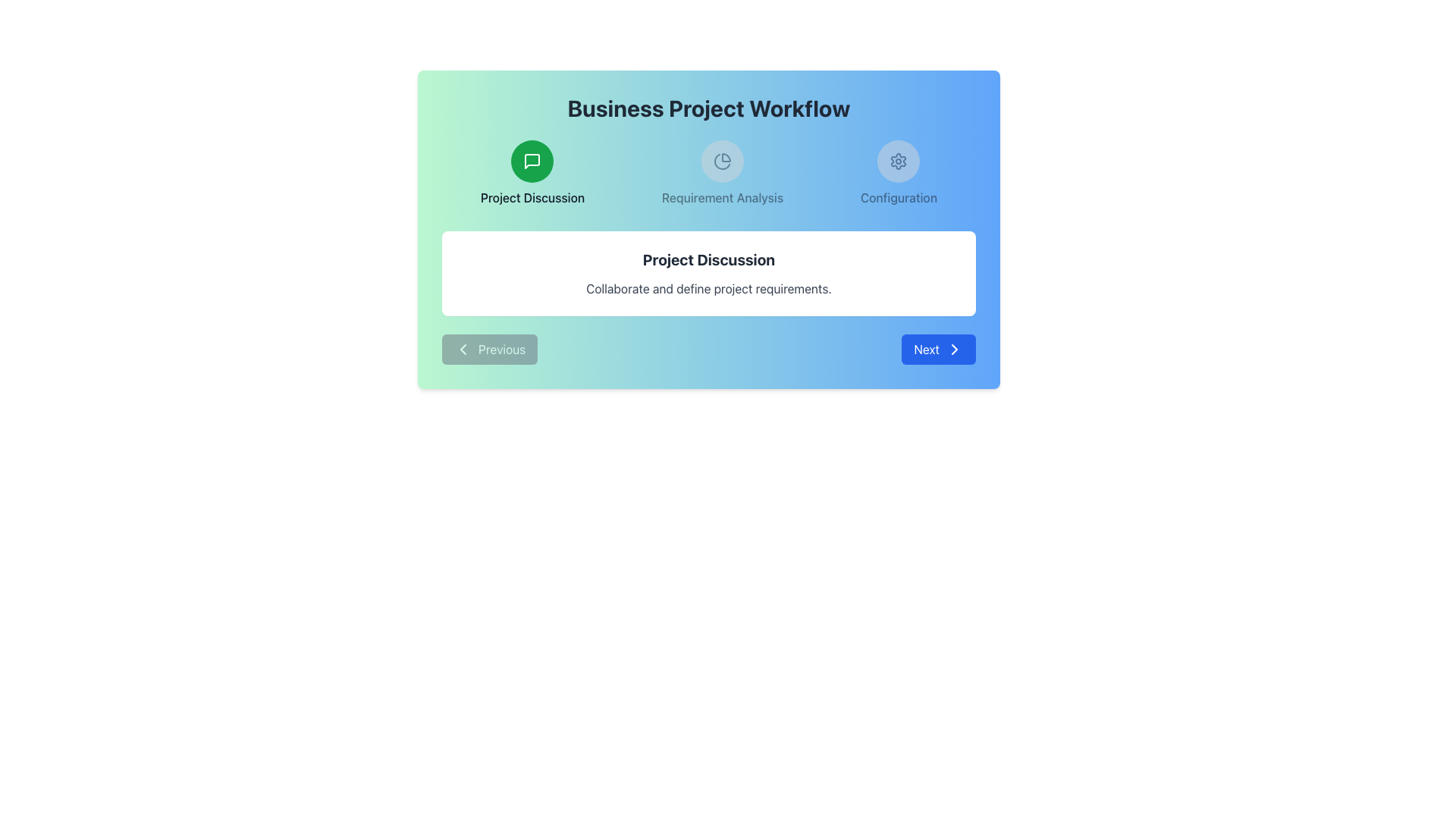 The height and width of the screenshot is (819, 1456). I want to click on the 'Project Discussion' icon, which is an SVG icon within a button-like interface, so click(532, 161).